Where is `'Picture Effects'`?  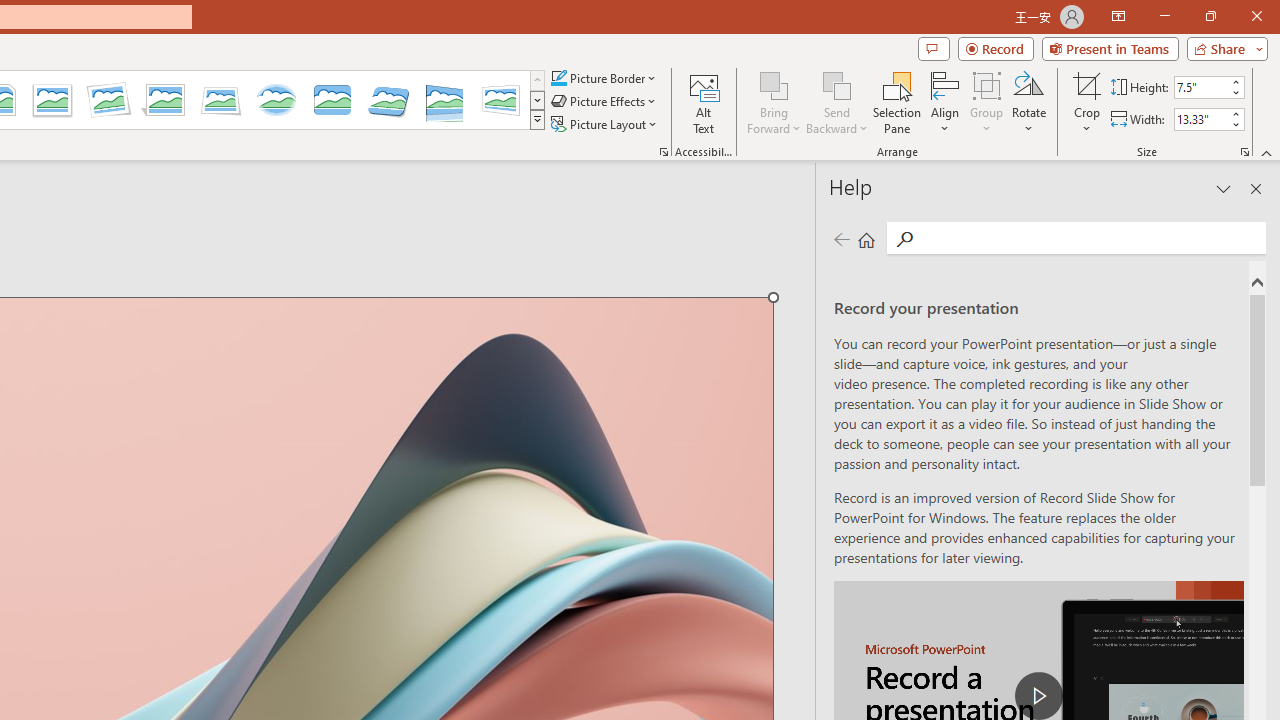 'Picture Effects' is located at coordinates (604, 101).